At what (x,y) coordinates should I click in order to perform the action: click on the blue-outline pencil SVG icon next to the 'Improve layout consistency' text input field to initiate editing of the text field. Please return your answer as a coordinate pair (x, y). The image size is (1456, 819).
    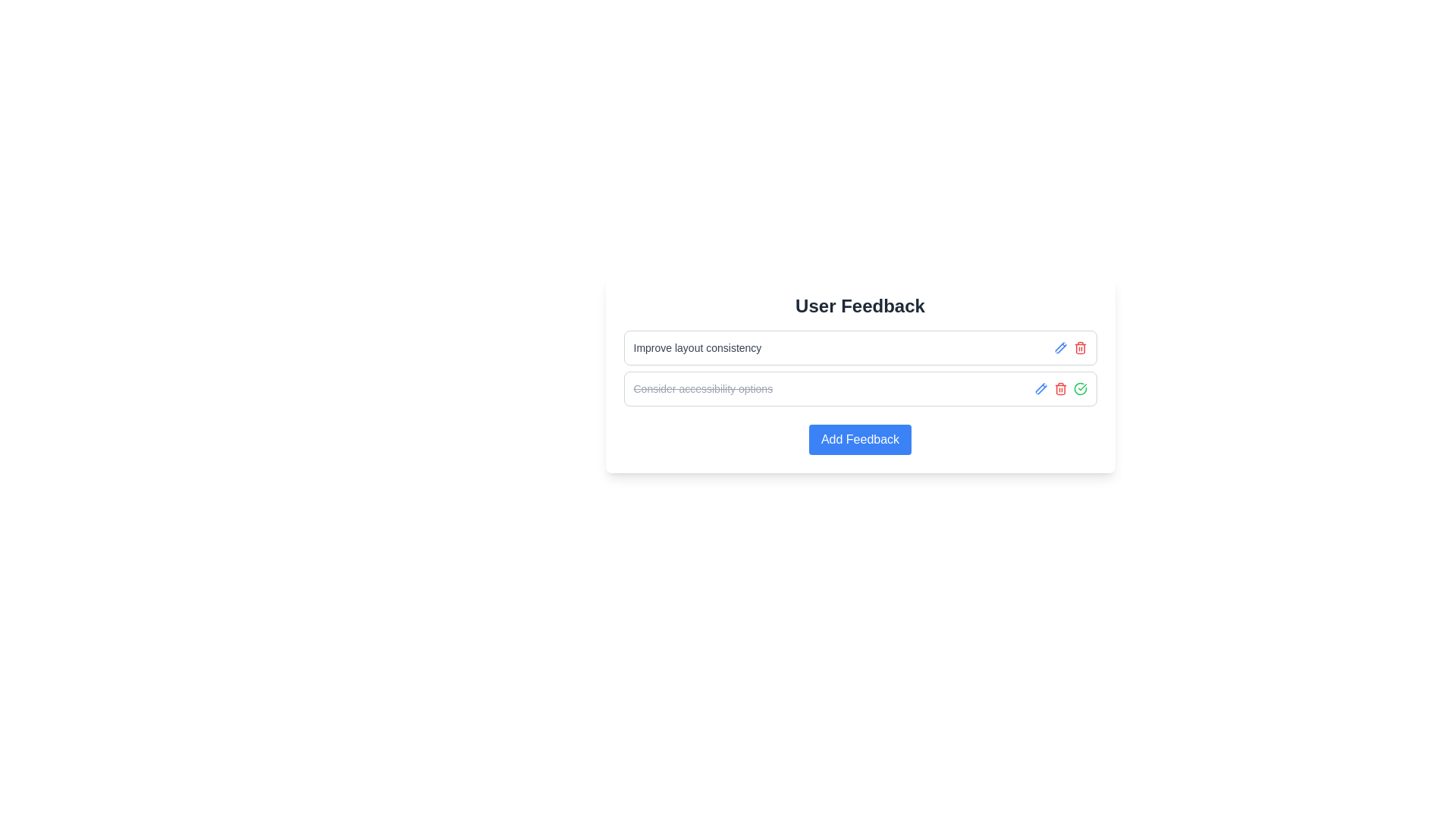
    Looking at the image, I should click on (1059, 348).